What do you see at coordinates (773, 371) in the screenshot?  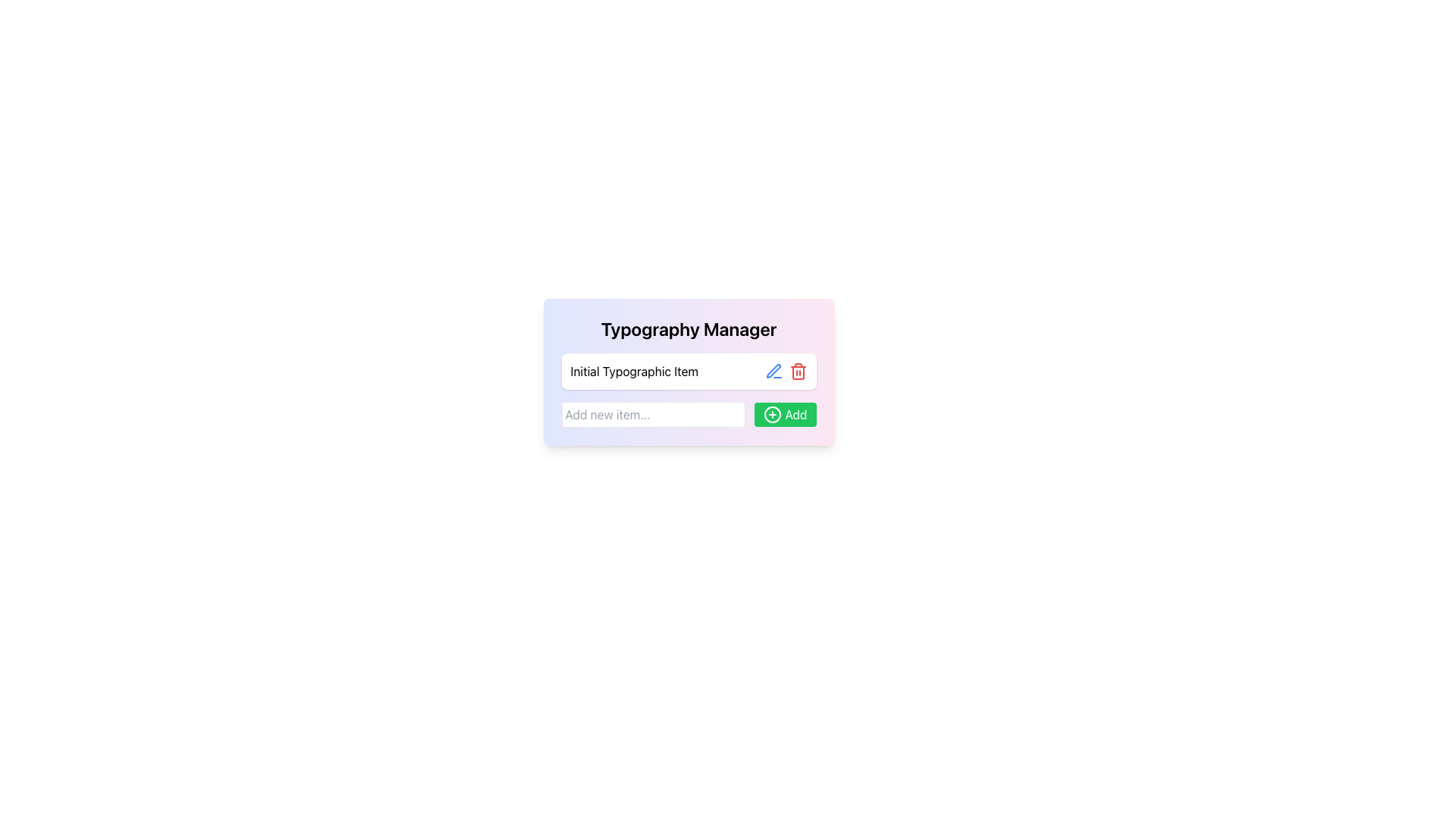 I see `the action button for editing the associated item, which is located to the right of the 'Initial Typographic Item' text input field` at bounding box center [773, 371].